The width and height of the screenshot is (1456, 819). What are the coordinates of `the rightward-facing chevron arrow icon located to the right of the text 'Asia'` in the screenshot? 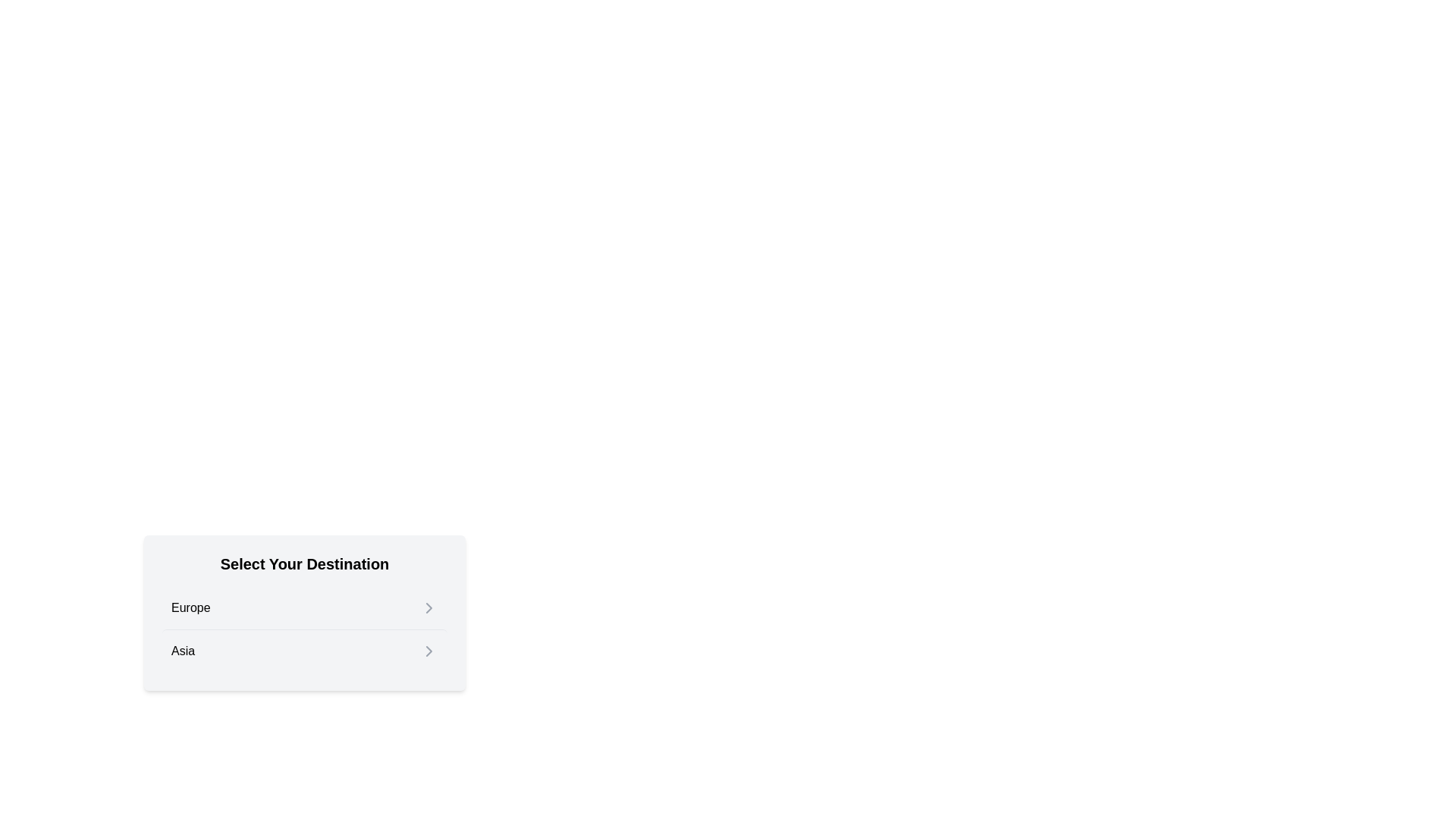 It's located at (428, 651).